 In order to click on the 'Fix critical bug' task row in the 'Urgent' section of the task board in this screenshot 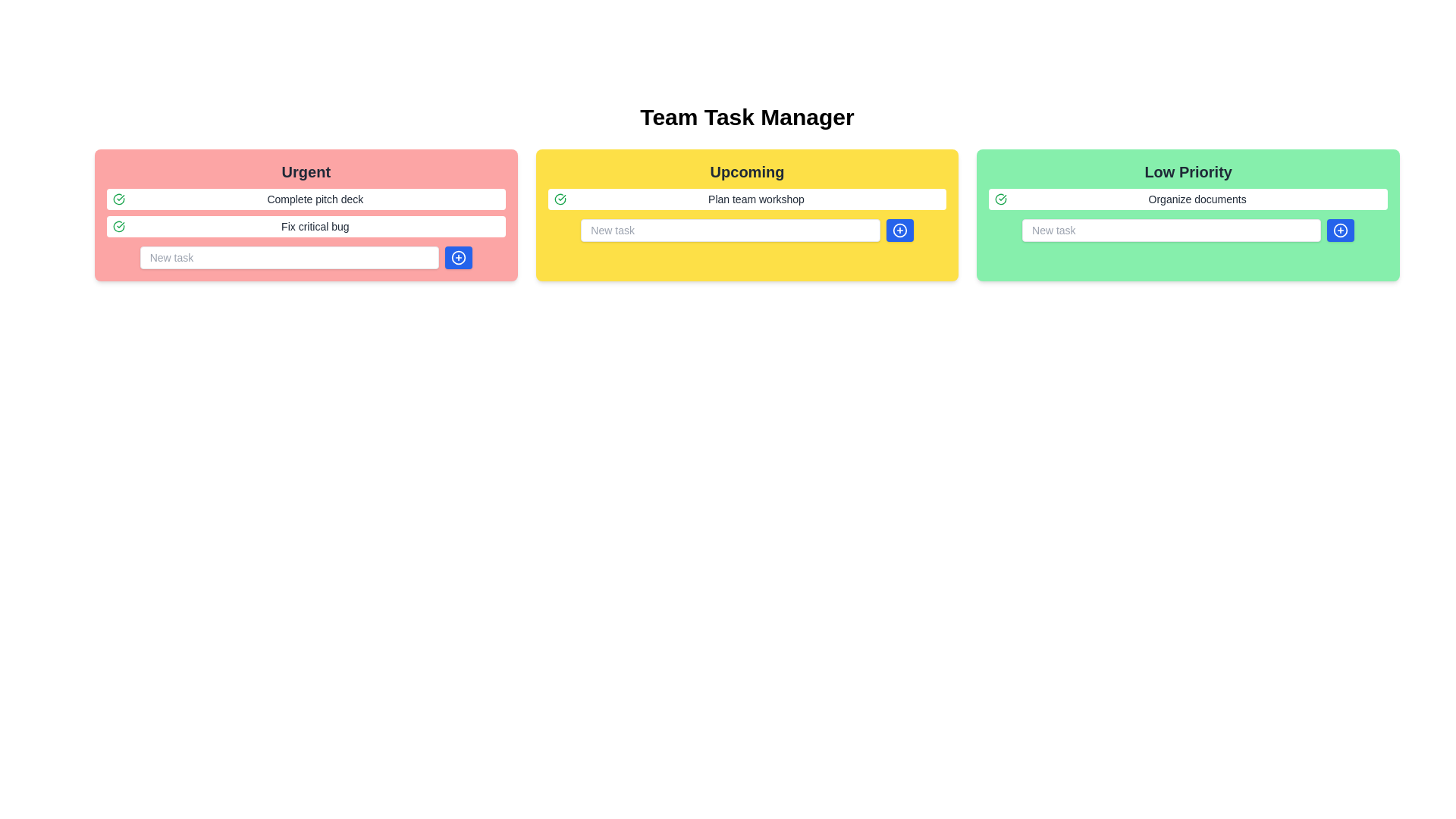, I will do `click(305, 227)`.